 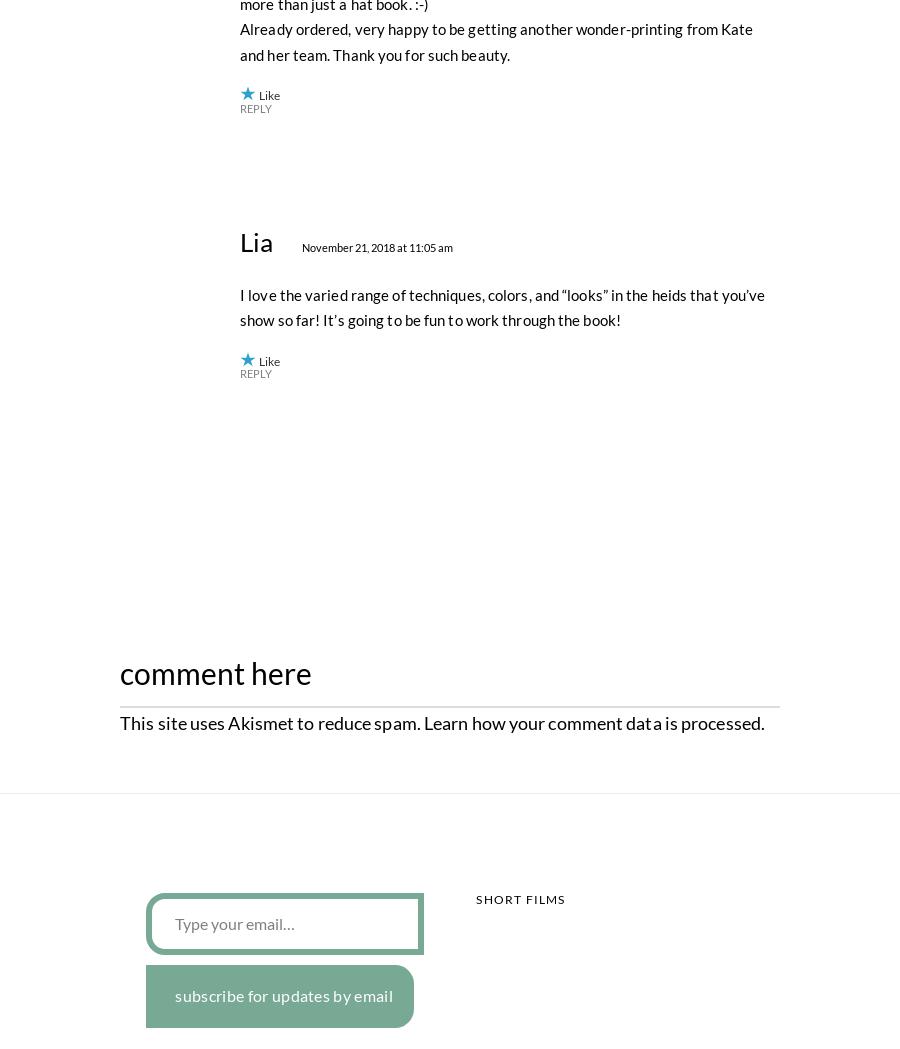 What do you see at coordinates (325, 369) in the screenshot?
I see `'November 21, 2018 at 12:15 pm'` at bounding box center [325, 369].